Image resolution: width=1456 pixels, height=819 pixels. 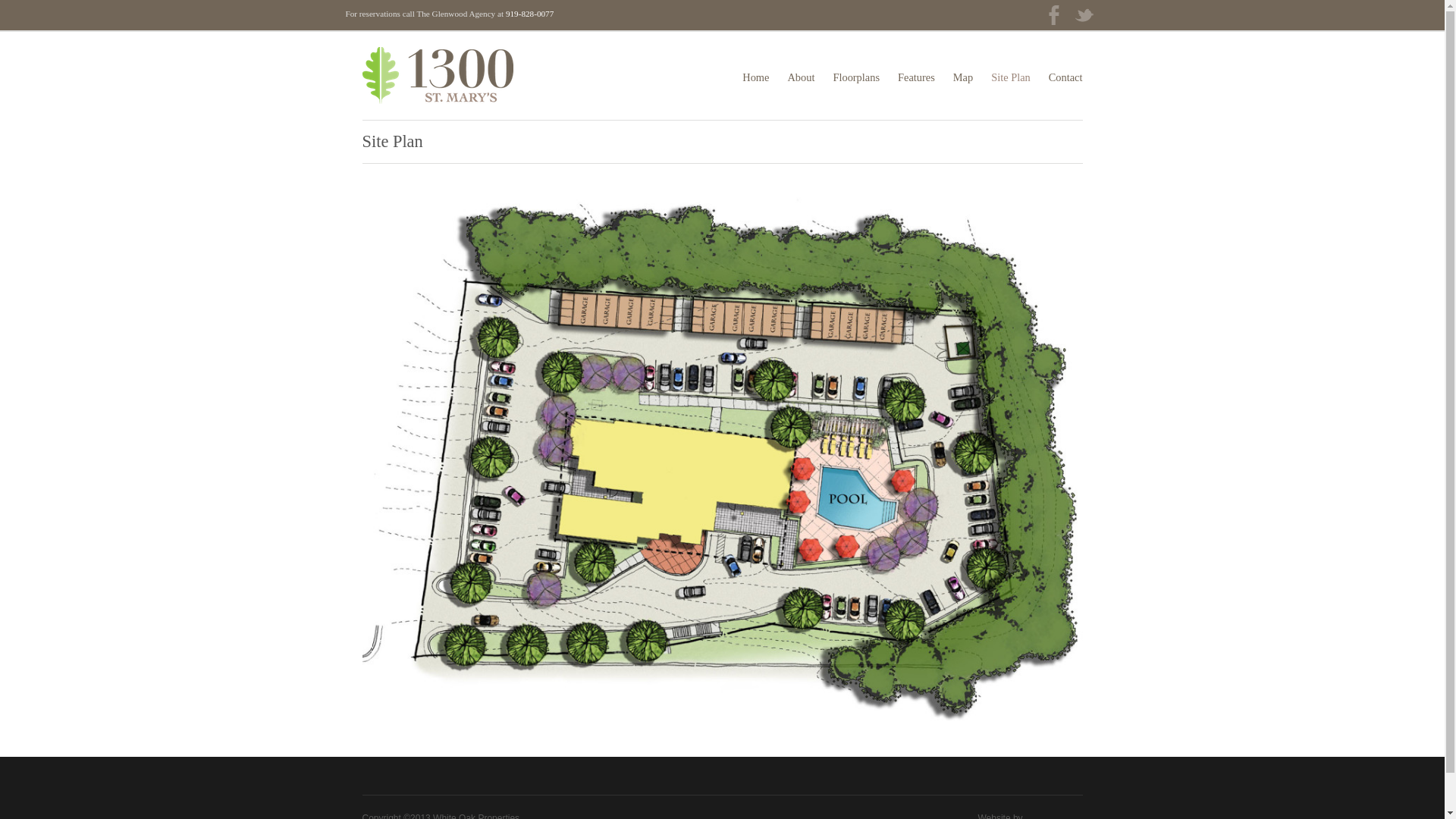 What do you see at coordinates (1084, 18) in the screenshot?
I see `'Twitter'` at bounding box center [1084, 18].